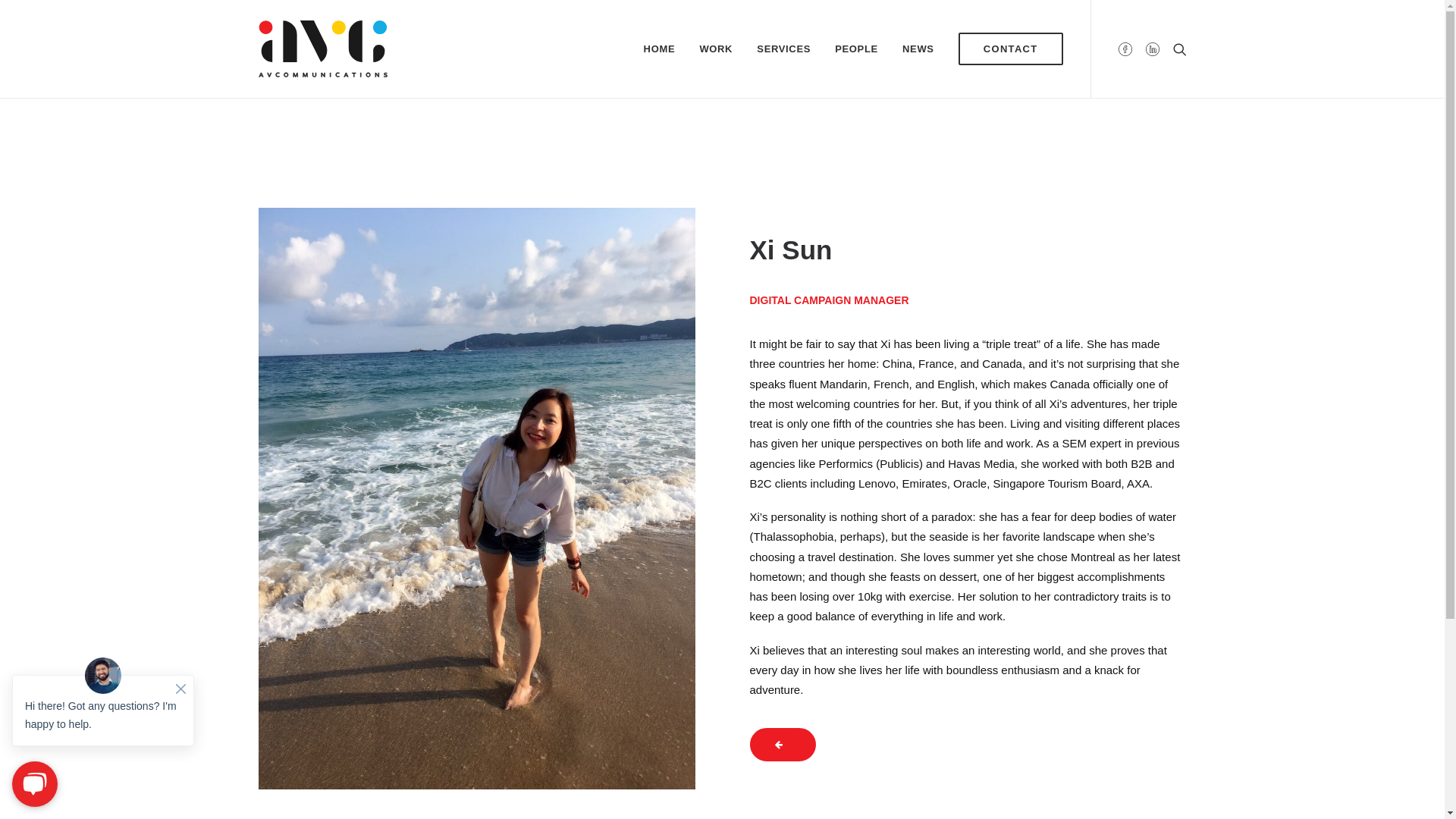 The height and width of the screenshot is (819, 1456). Describe the element at coordinates (917, 48) in the screenshot. I see `'NEWS'` at that location.